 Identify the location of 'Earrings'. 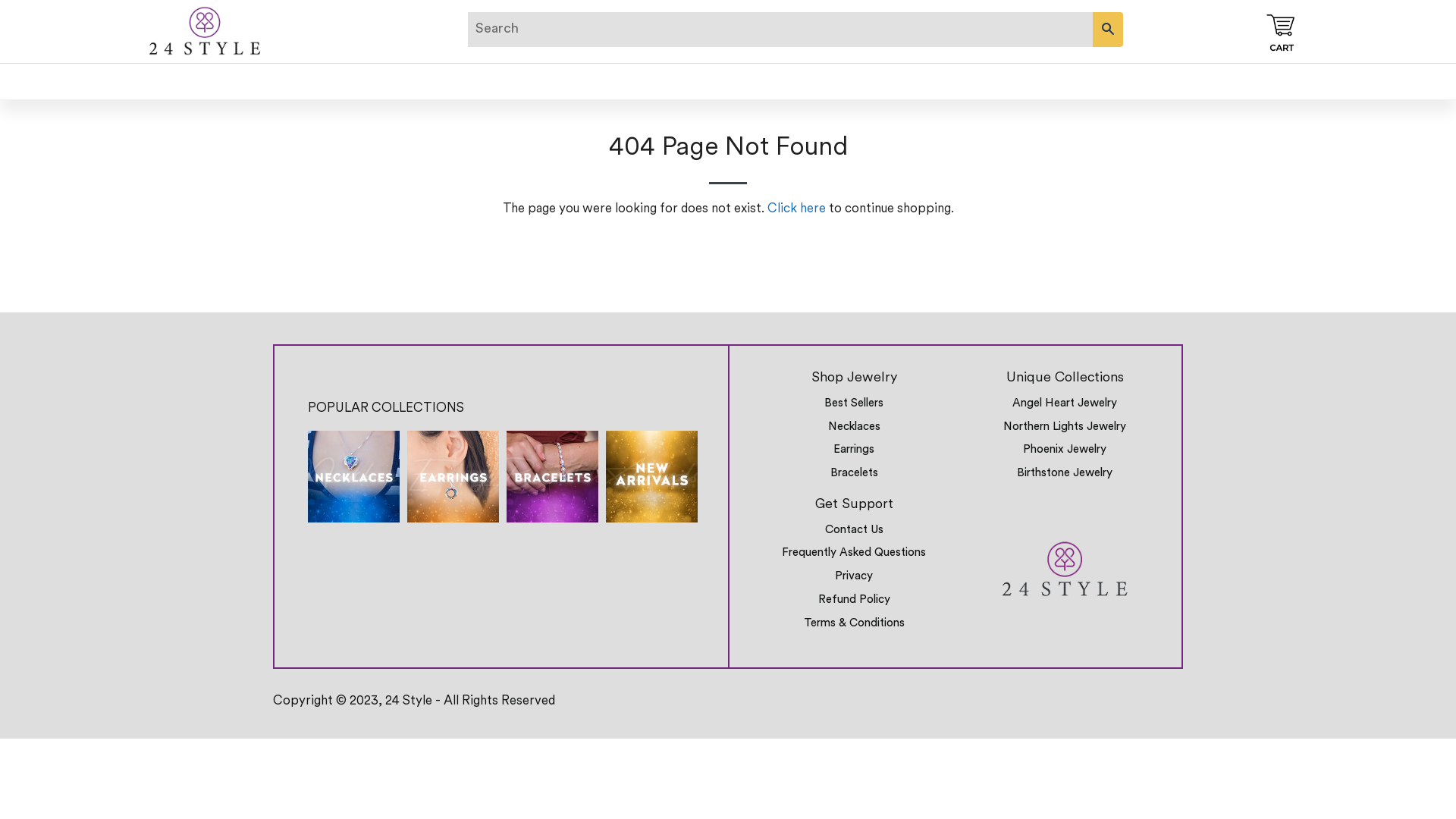
(854, 449).